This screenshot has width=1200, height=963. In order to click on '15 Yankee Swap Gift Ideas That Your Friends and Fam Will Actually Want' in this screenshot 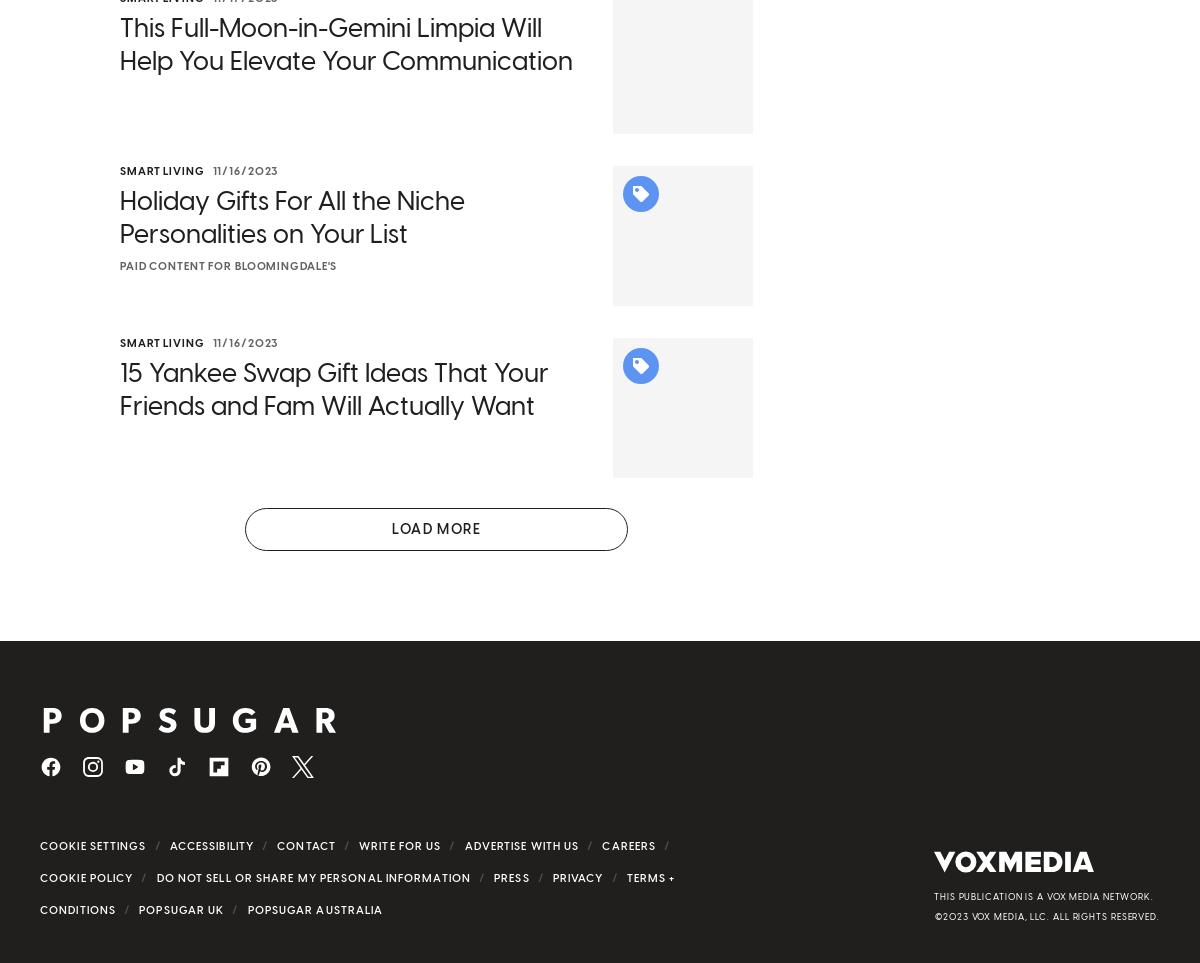, I will do `click(333, 416)`.